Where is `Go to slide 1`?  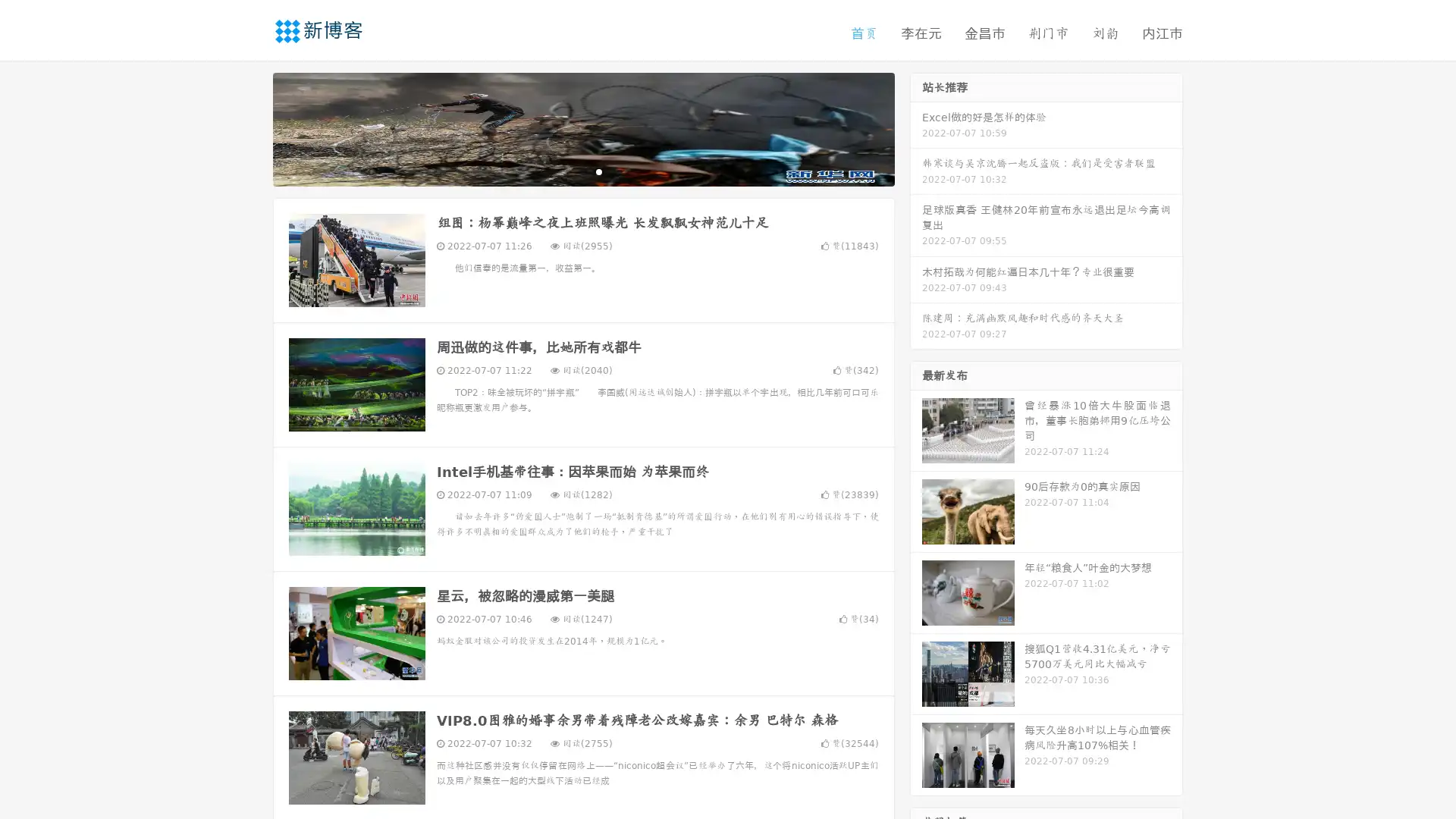
Go to slide 1 is located at coordinates (567, 171).